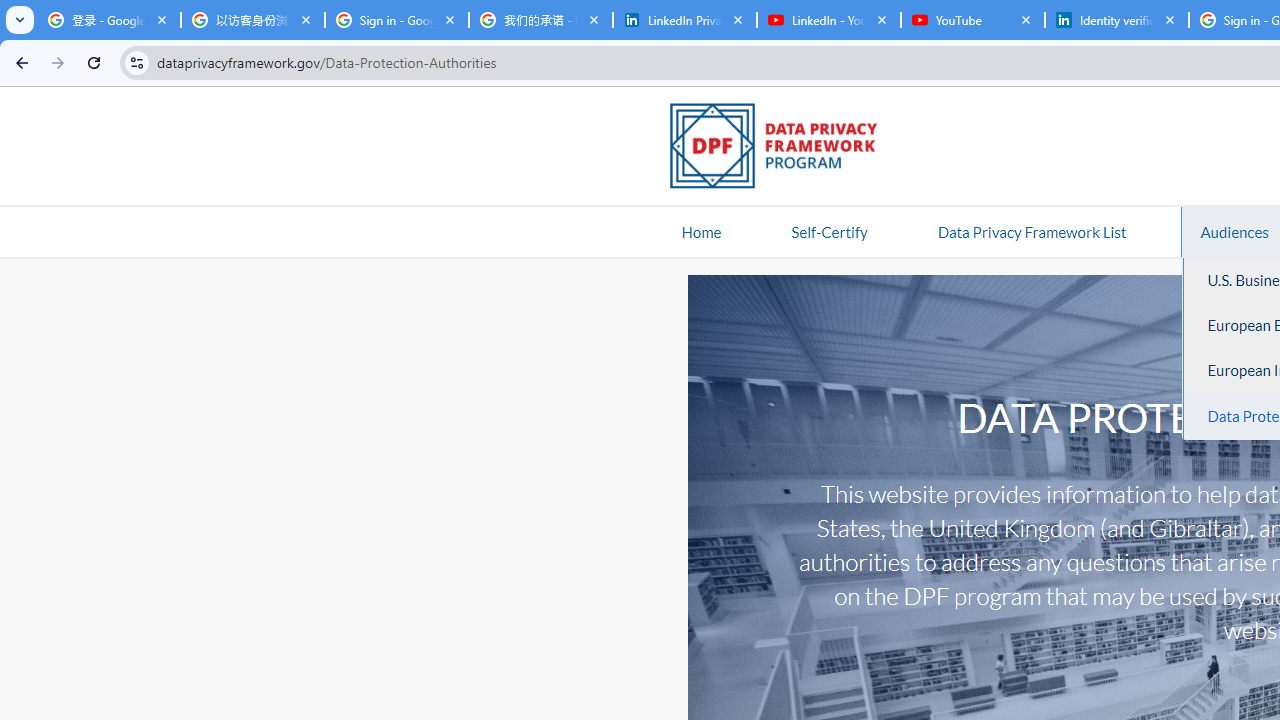 Image resolution: width=1280 pixels, height=720 pixels. Describe the element at coordinates (701, 230) in the screenshot. I see `'Home'` at that location.